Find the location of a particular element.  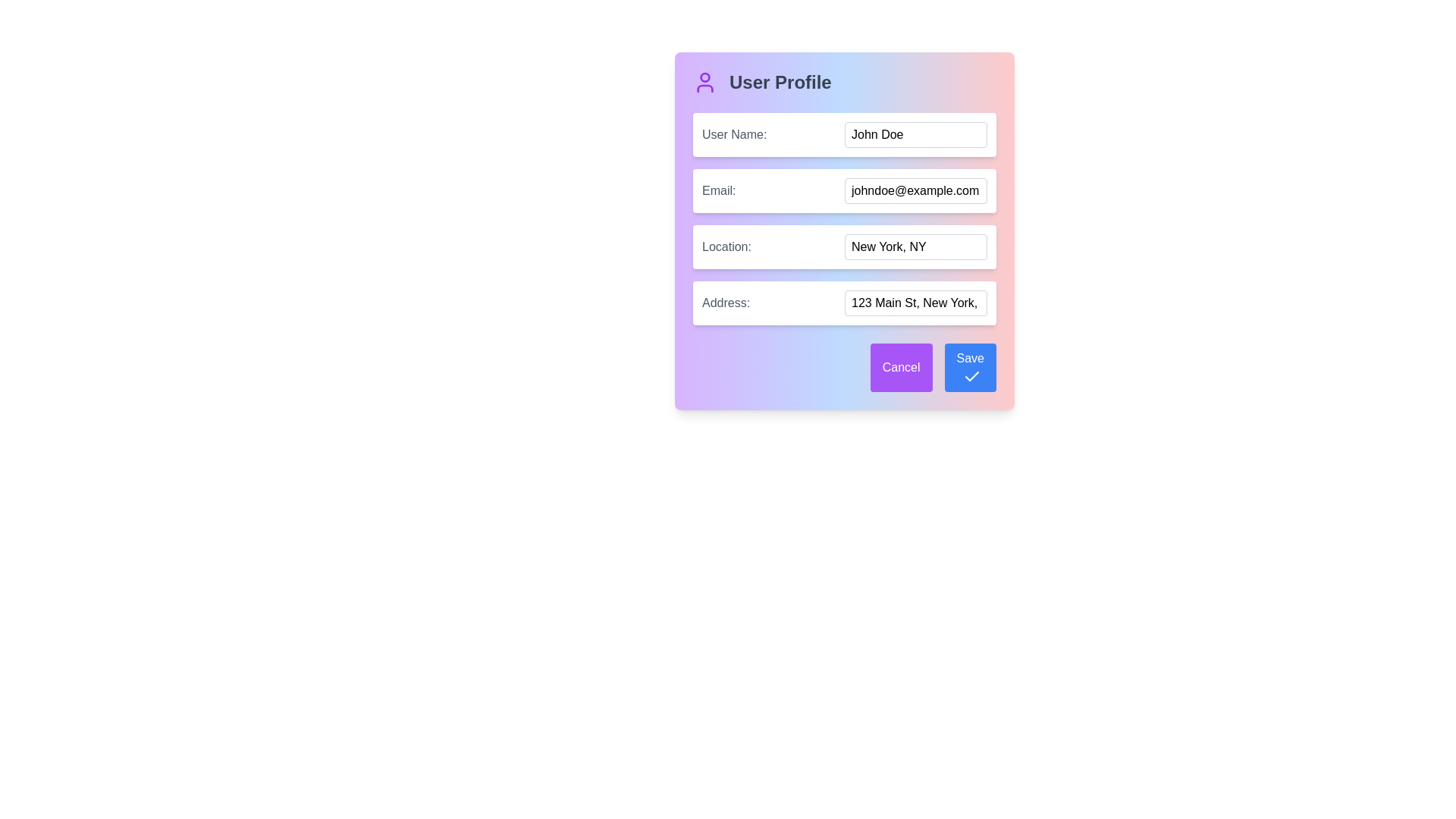

text label displaying 'location:' which is positioned on the left side of the form field within the user profile editing panel is located at coordinates (726, 246).